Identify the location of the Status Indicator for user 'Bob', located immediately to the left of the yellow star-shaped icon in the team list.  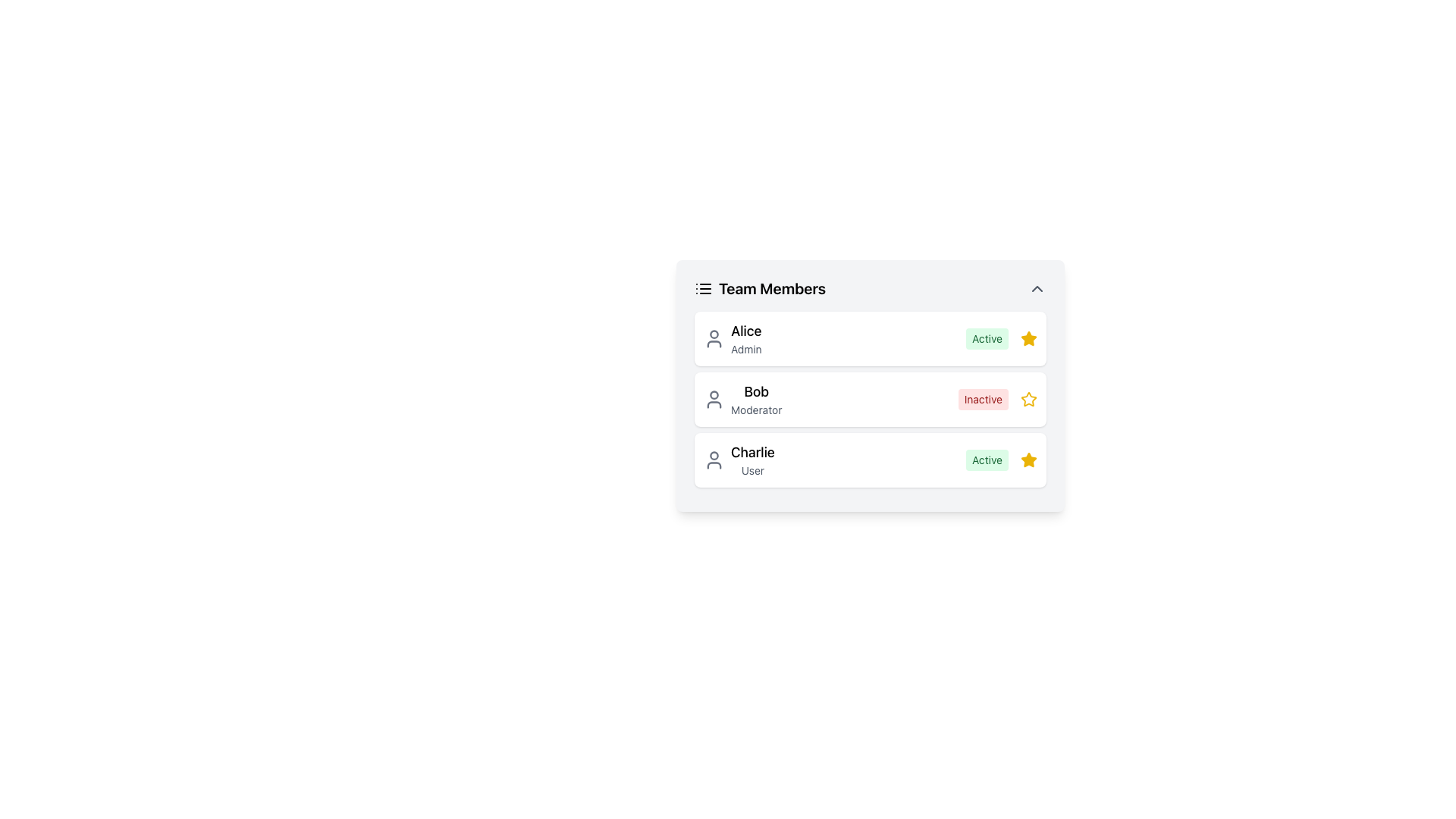
(997, 399).